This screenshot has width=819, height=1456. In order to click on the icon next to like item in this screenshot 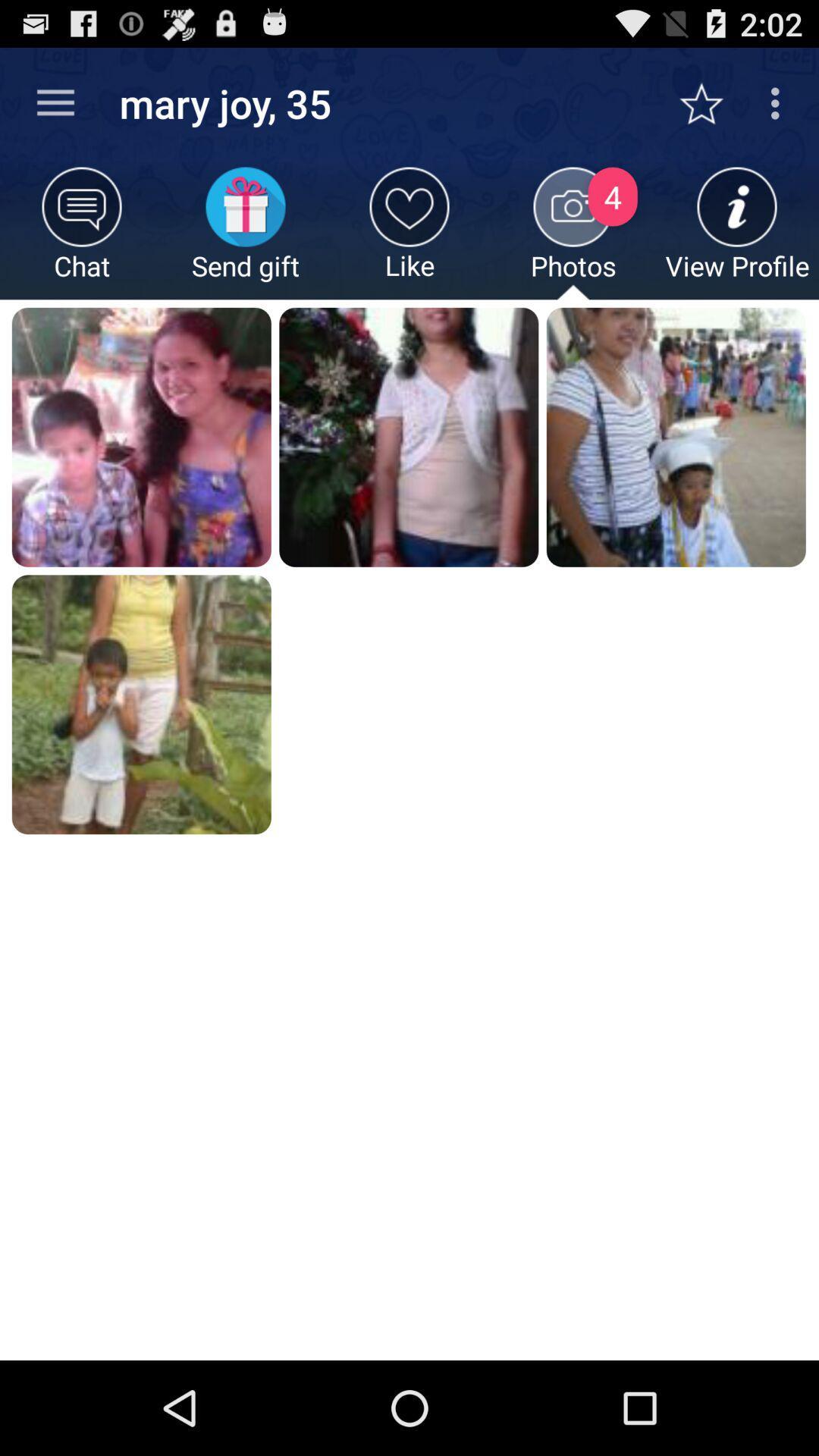, I will do `click(573, 232)`.